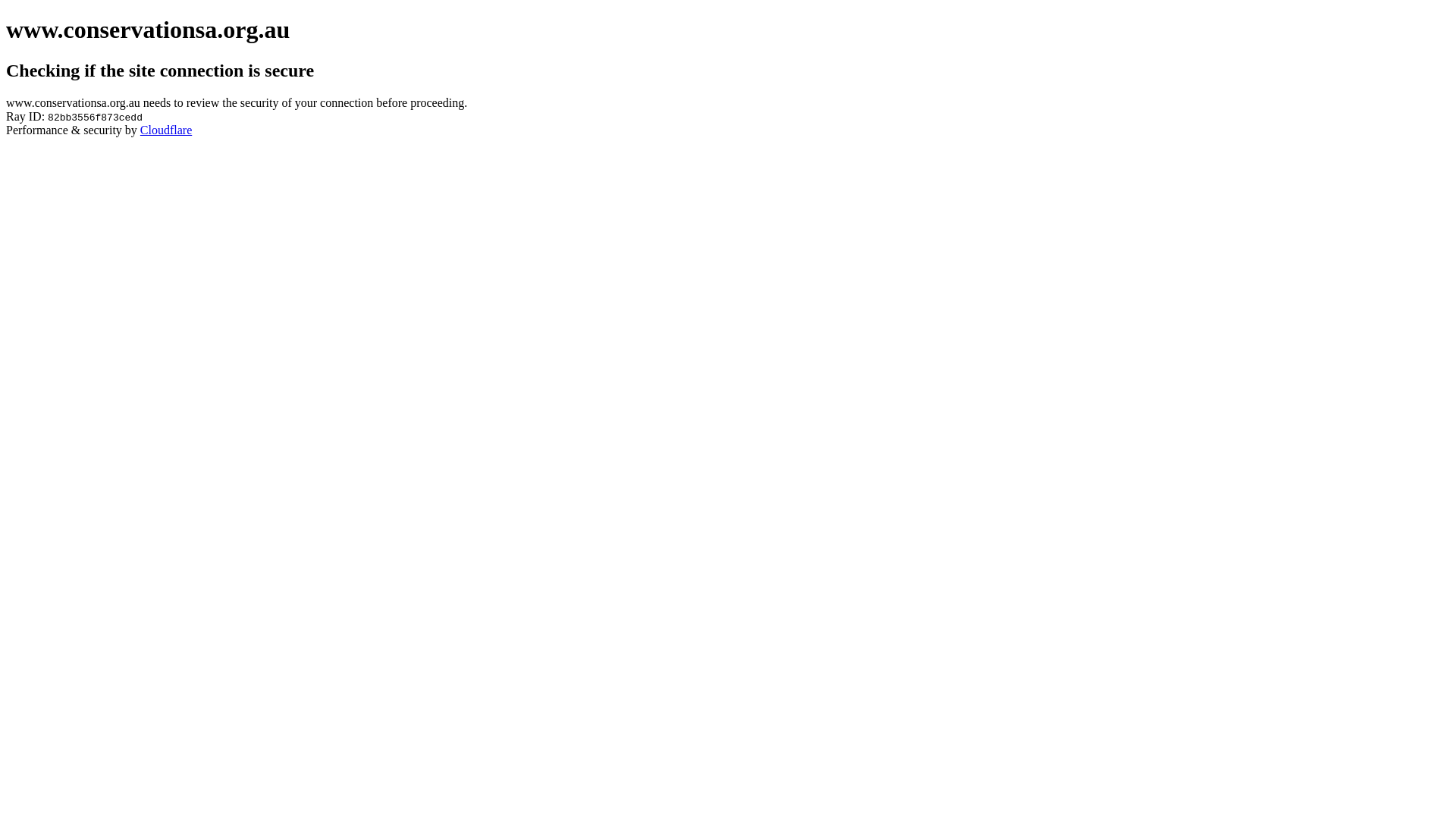 This screenshot has height=819, width=1456. What do you see at coordinates (166, 129) in the screenshot?
I see `'Cloudflare'` at bounding box center [166, 129].